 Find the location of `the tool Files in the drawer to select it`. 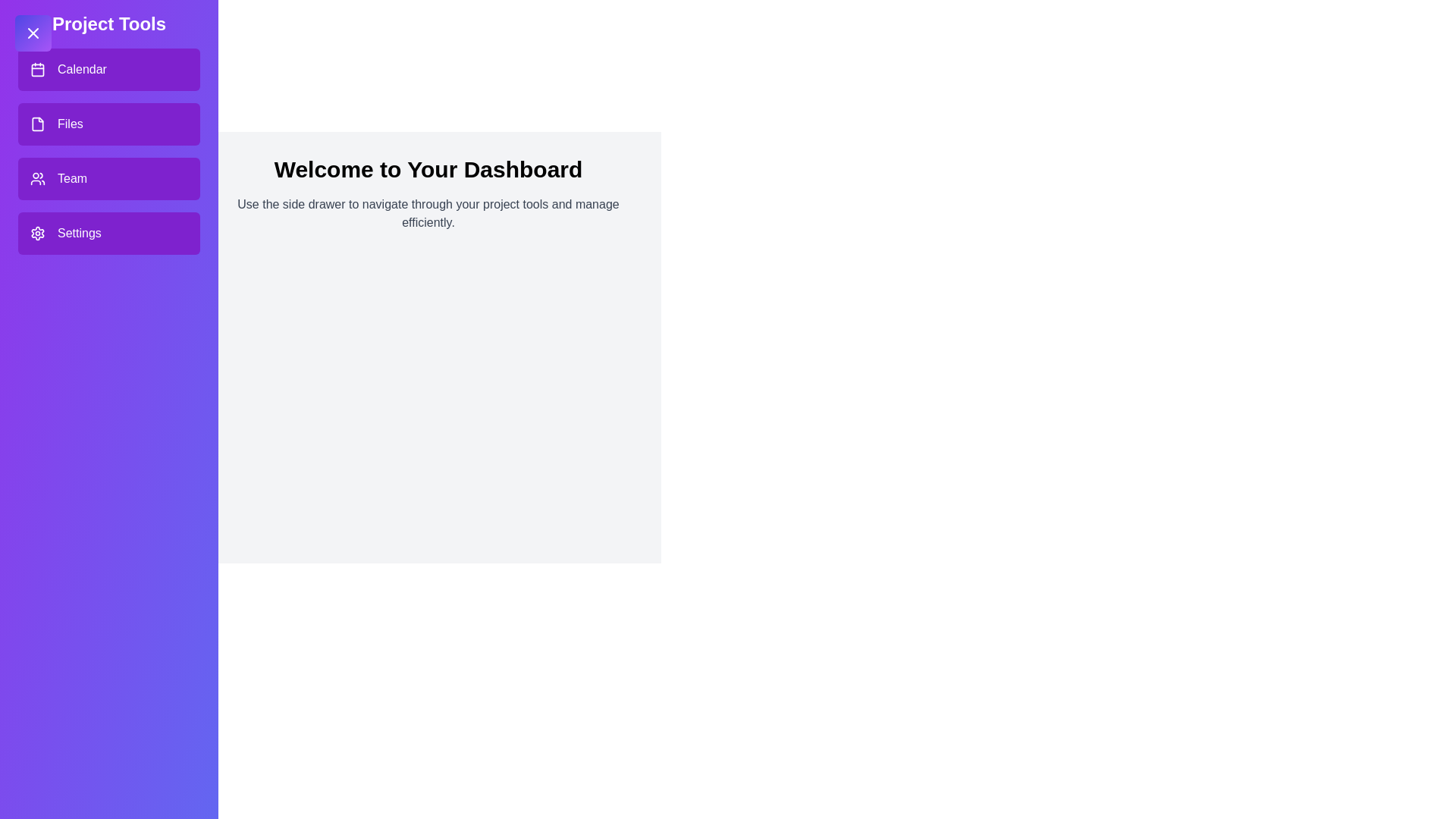

the tool Files in the drawer to select it is located at coordinates (108, 124).